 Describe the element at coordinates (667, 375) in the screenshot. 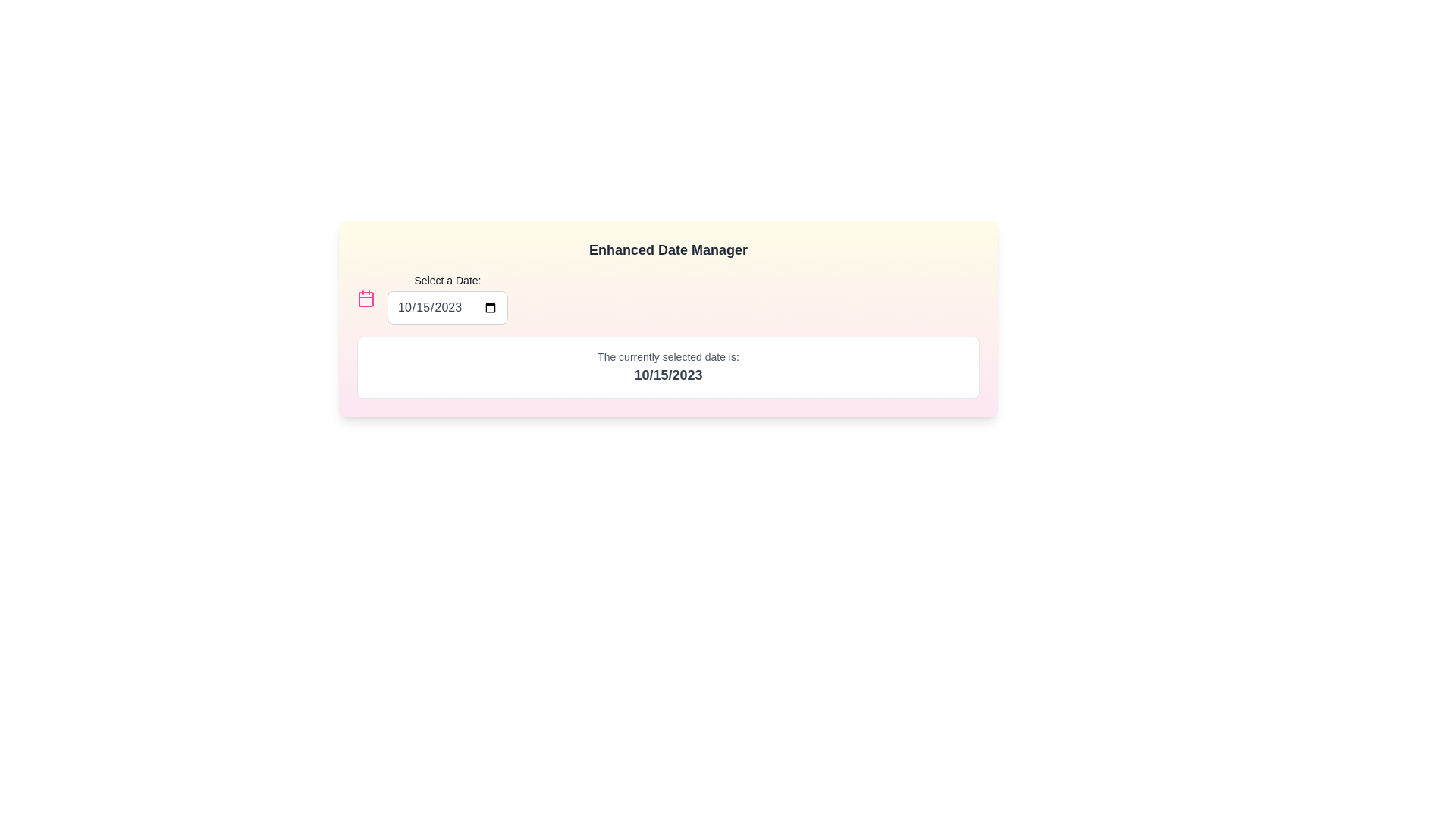

I see `date information displayed in the text label showing '10/15/2023', which is the highlighted date in the date selection interface` at that location.